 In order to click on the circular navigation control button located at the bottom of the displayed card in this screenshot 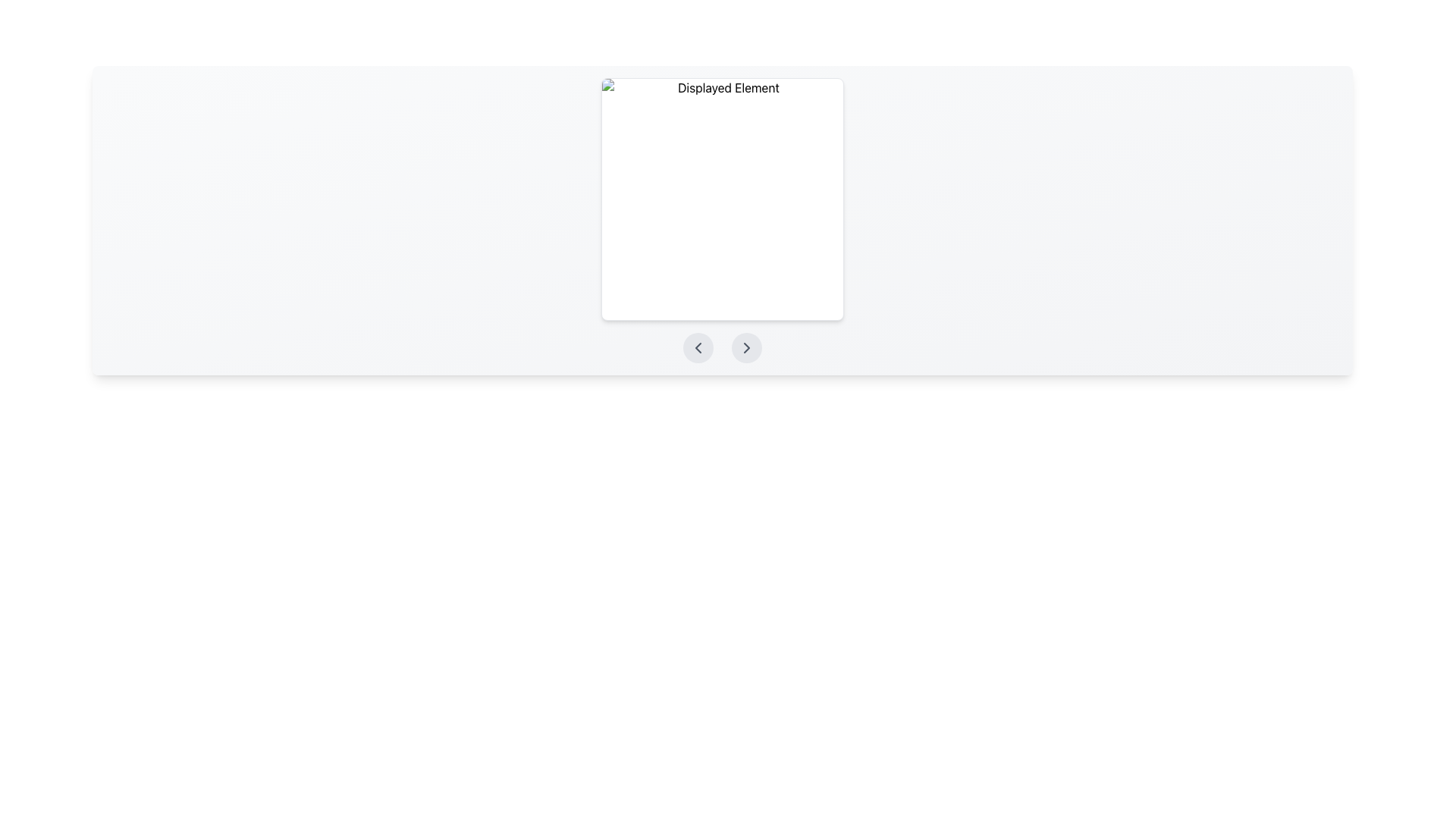, I will do `click(698, 348)`.